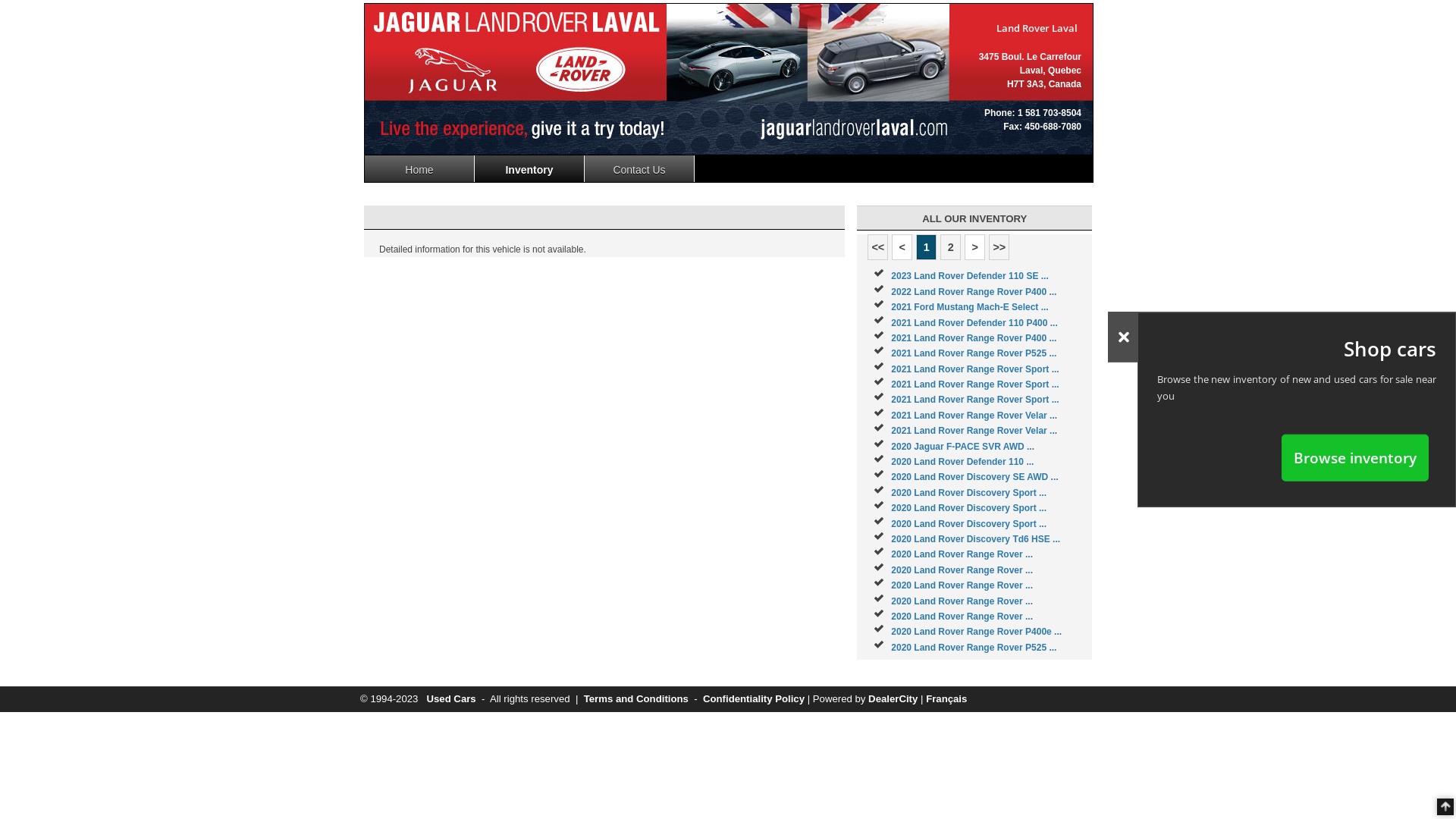  What do you see at coordinates (973, 647) in the screenshot?
I see `'2020 Land Rover Range Rover P525 ...'` at bounding box center [973, 647].